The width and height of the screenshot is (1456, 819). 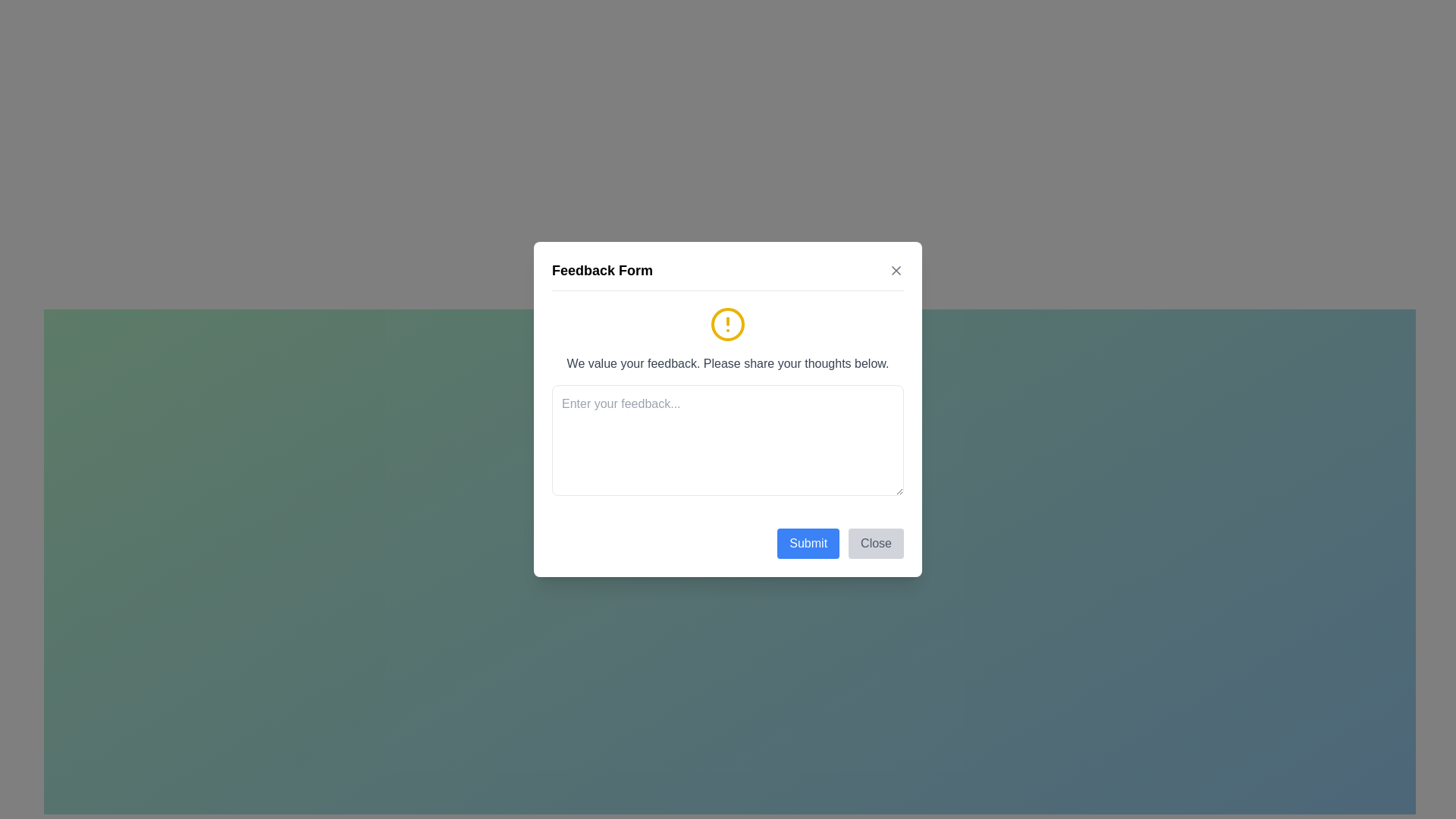 What do you see at coordinates (728, 324) in the screenshot?
I see `the yellow circular warning sign icon with an exclamation mark, which is located above the feedback text in the modal` at bounding box center [728, 324].